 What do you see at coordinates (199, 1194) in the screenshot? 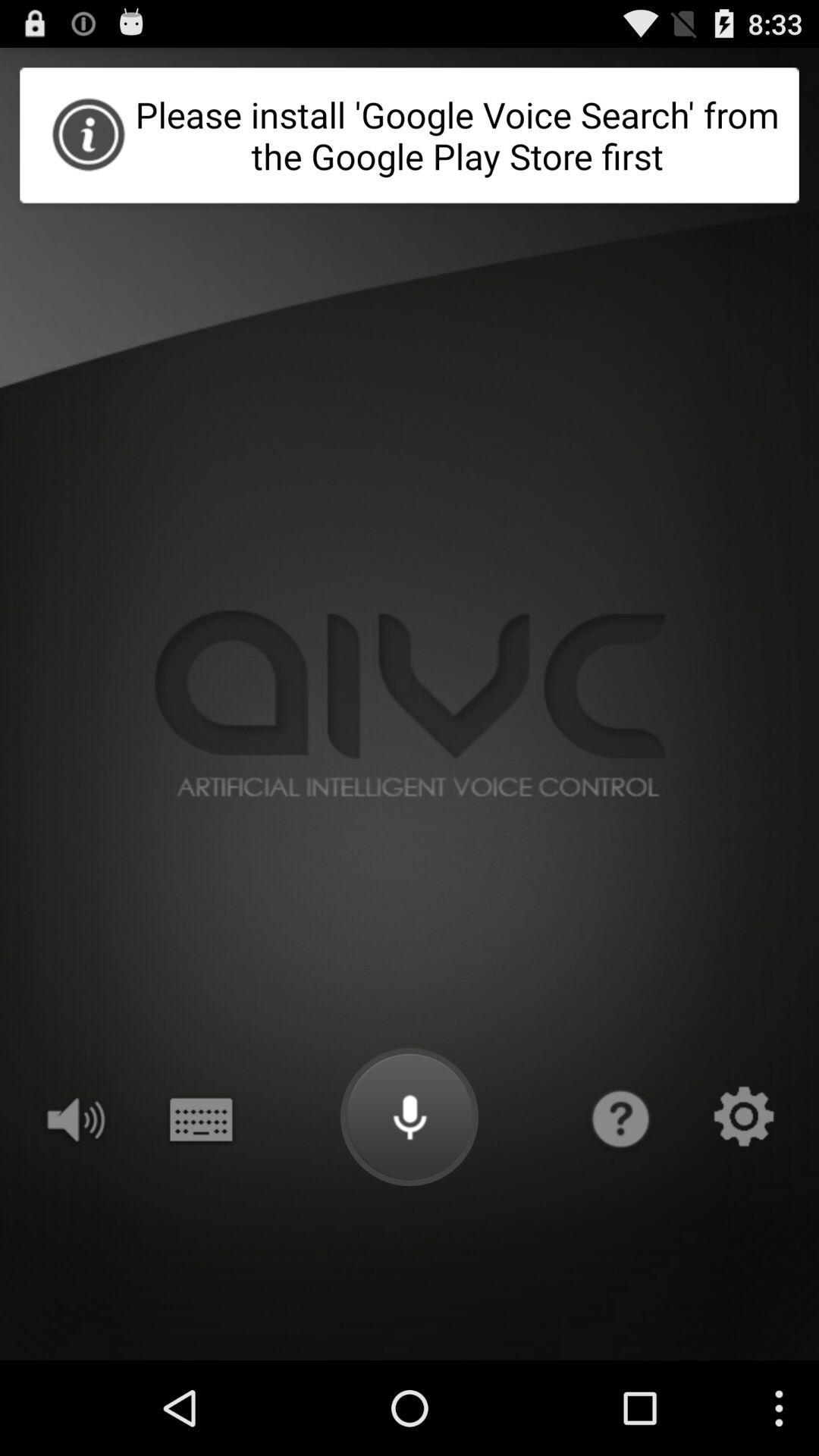
I see `the date_range icon` at bounding box center [199, 1194].